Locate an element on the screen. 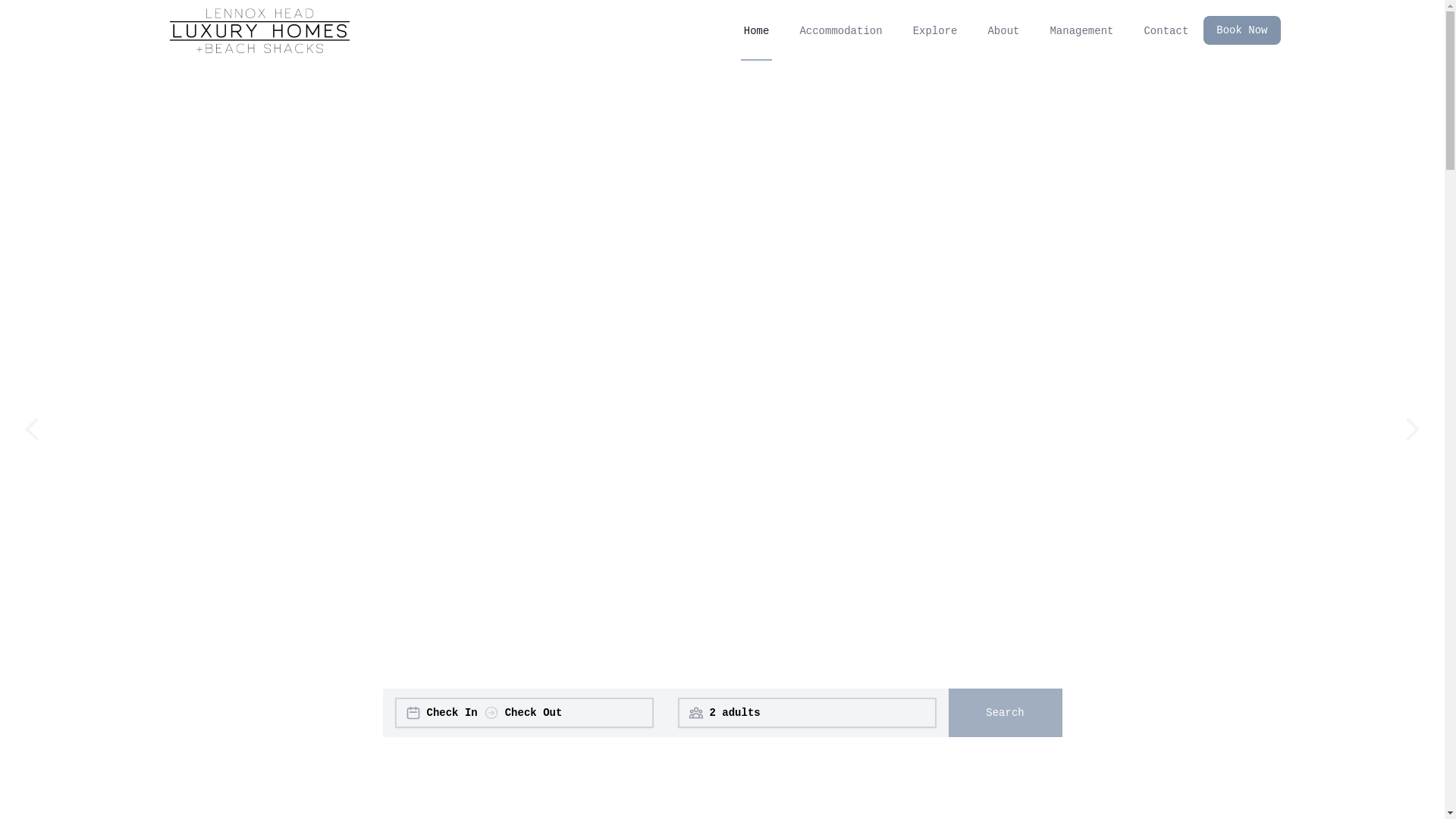  'Book Now' is located at coordinates (1241, 30).